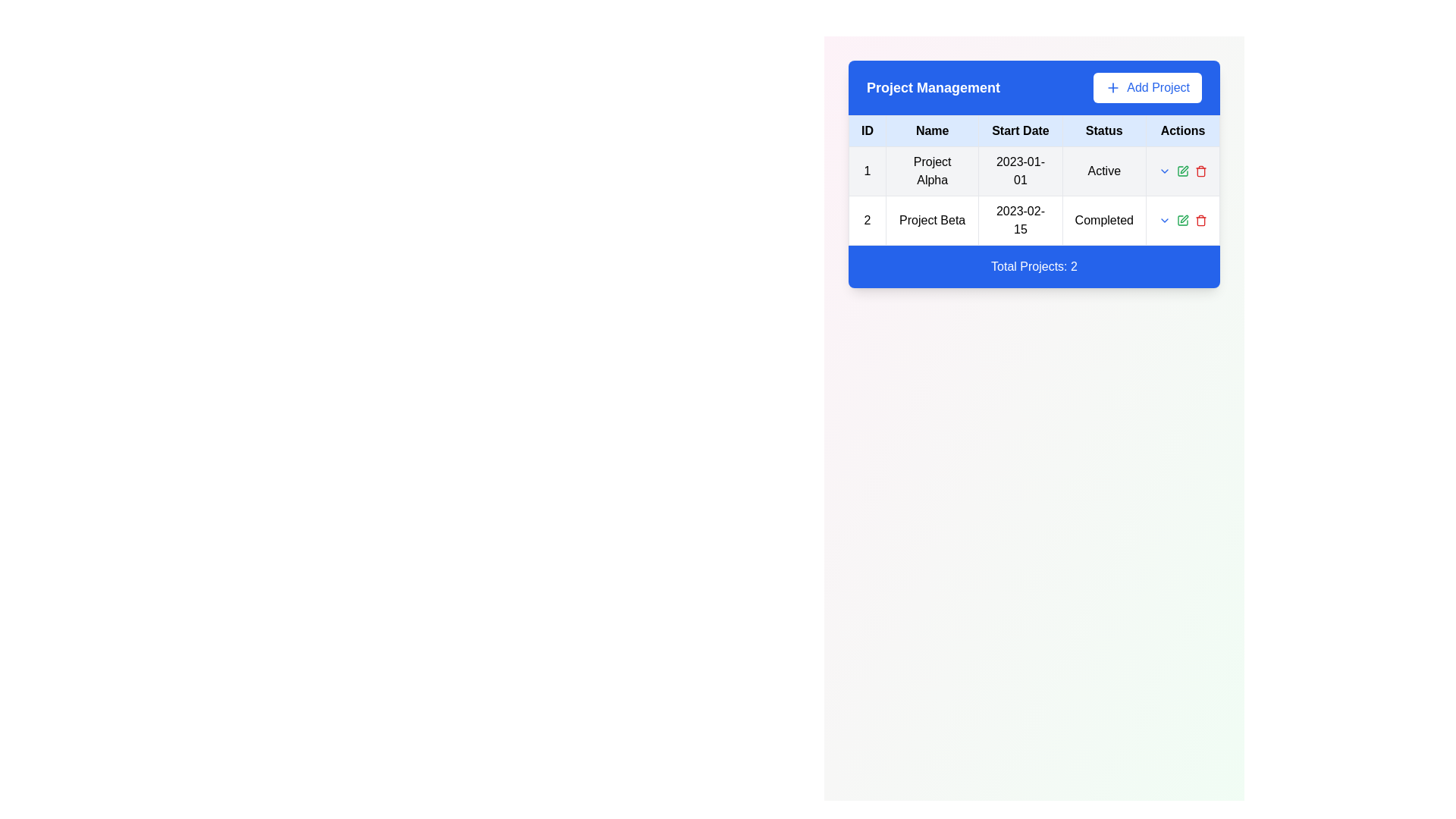 This screenshot has width=1456, height=819. Describe the element at coordinates (1200, 220) in the screenshot. I see `the delete button located in the 'Actions' column for the second row of the table` at that location.